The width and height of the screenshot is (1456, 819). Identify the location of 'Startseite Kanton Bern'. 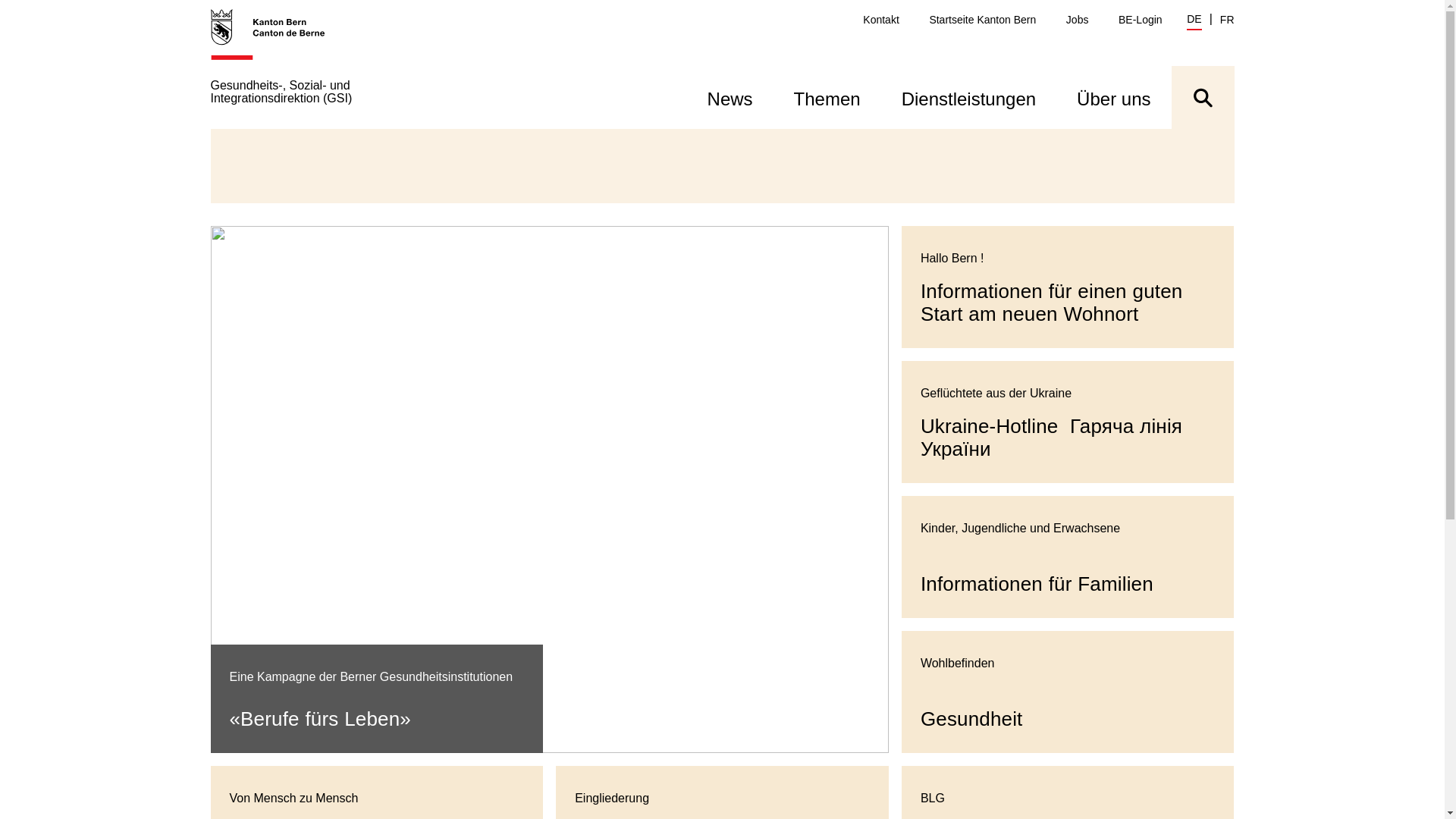
(982, 20).